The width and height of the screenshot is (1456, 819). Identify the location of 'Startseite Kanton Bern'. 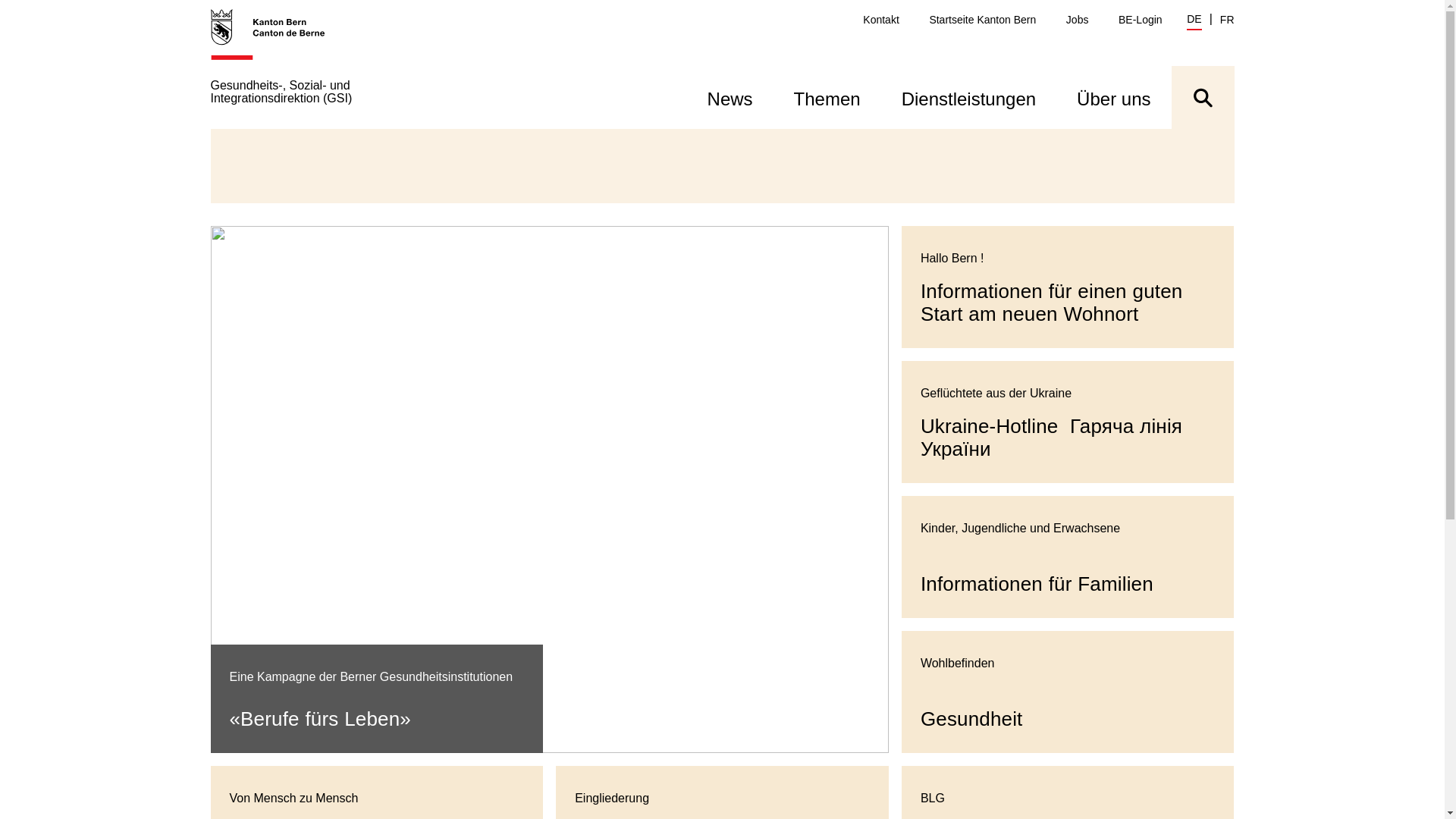
(982, 20).